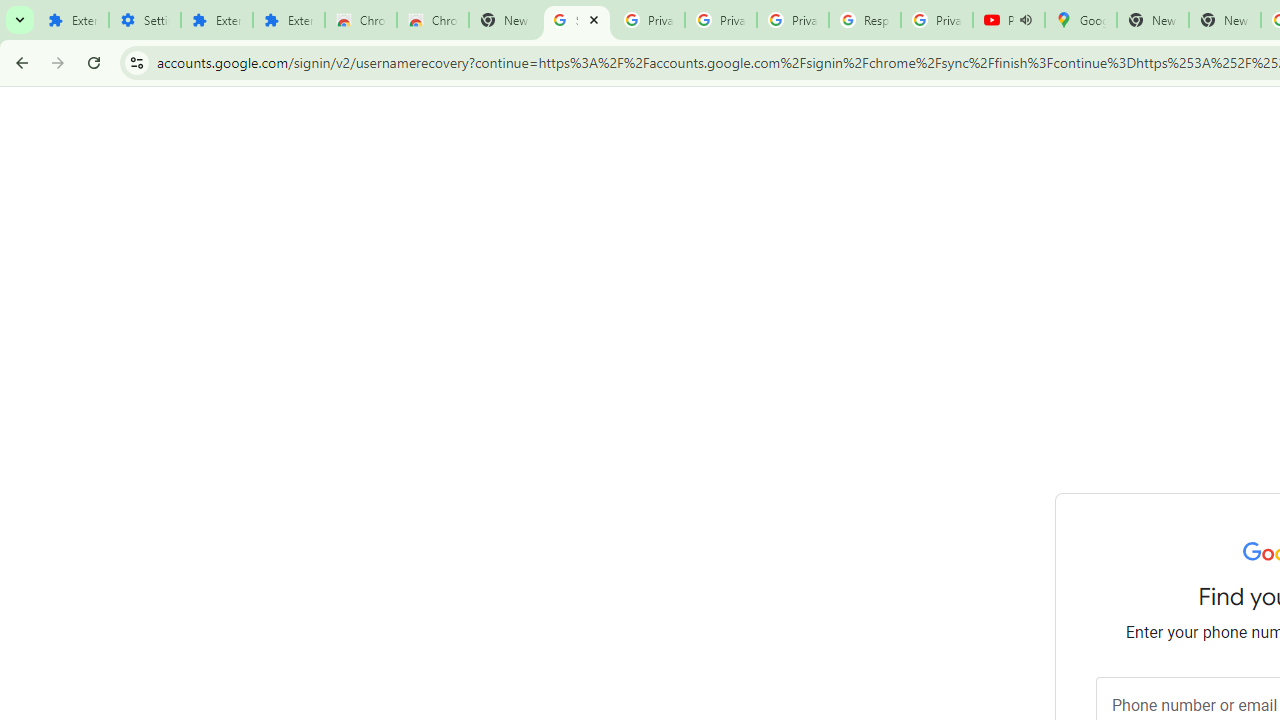  Describe the element at coordinates (576, 20) in the screenshot. I see `'Sign in - Google Accounts'` at that location.